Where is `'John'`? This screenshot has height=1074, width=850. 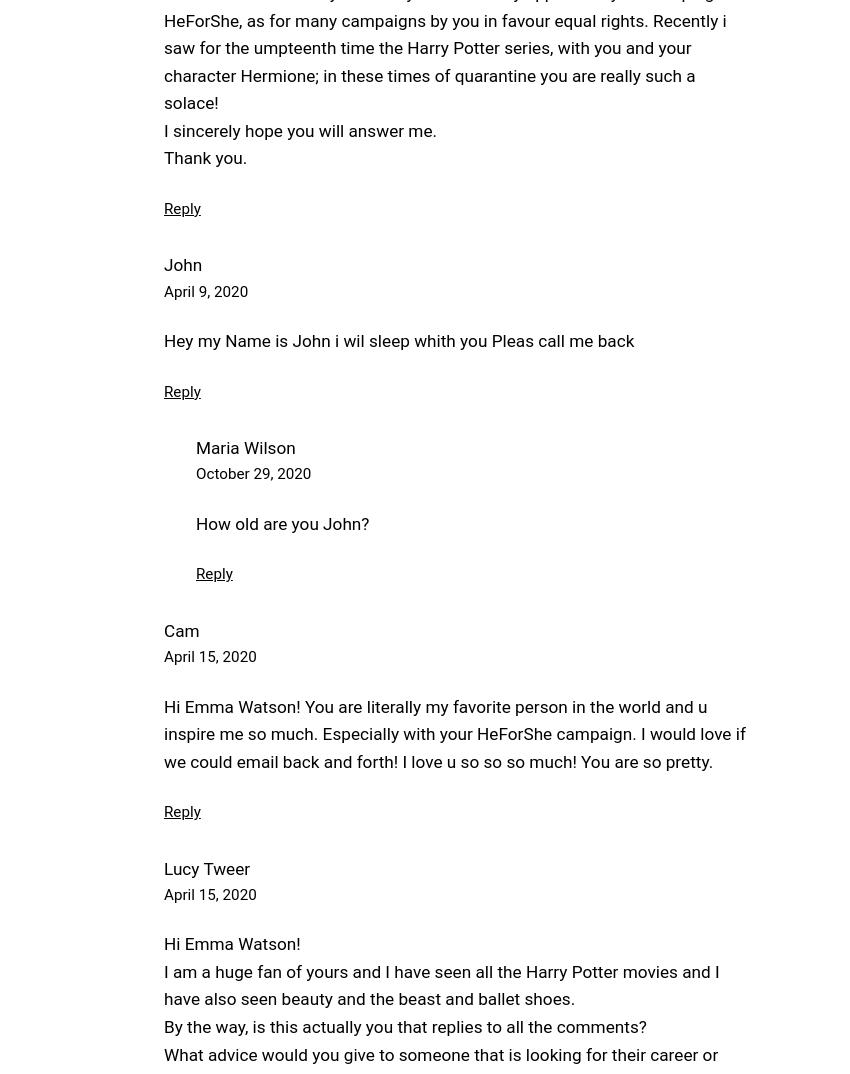
'John' is located at coordinates (182, 263).